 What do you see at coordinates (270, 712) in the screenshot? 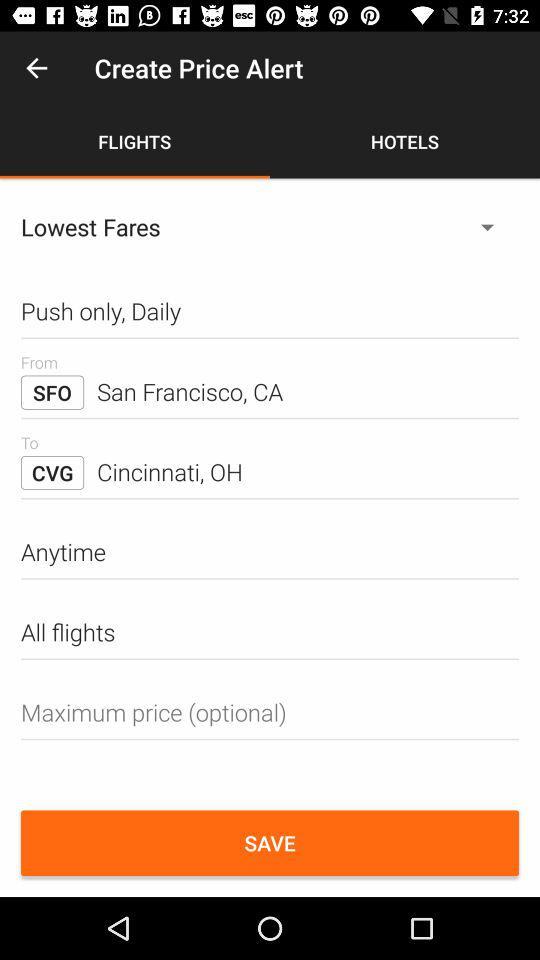
I see `click button` at bounding box center [270, 712].